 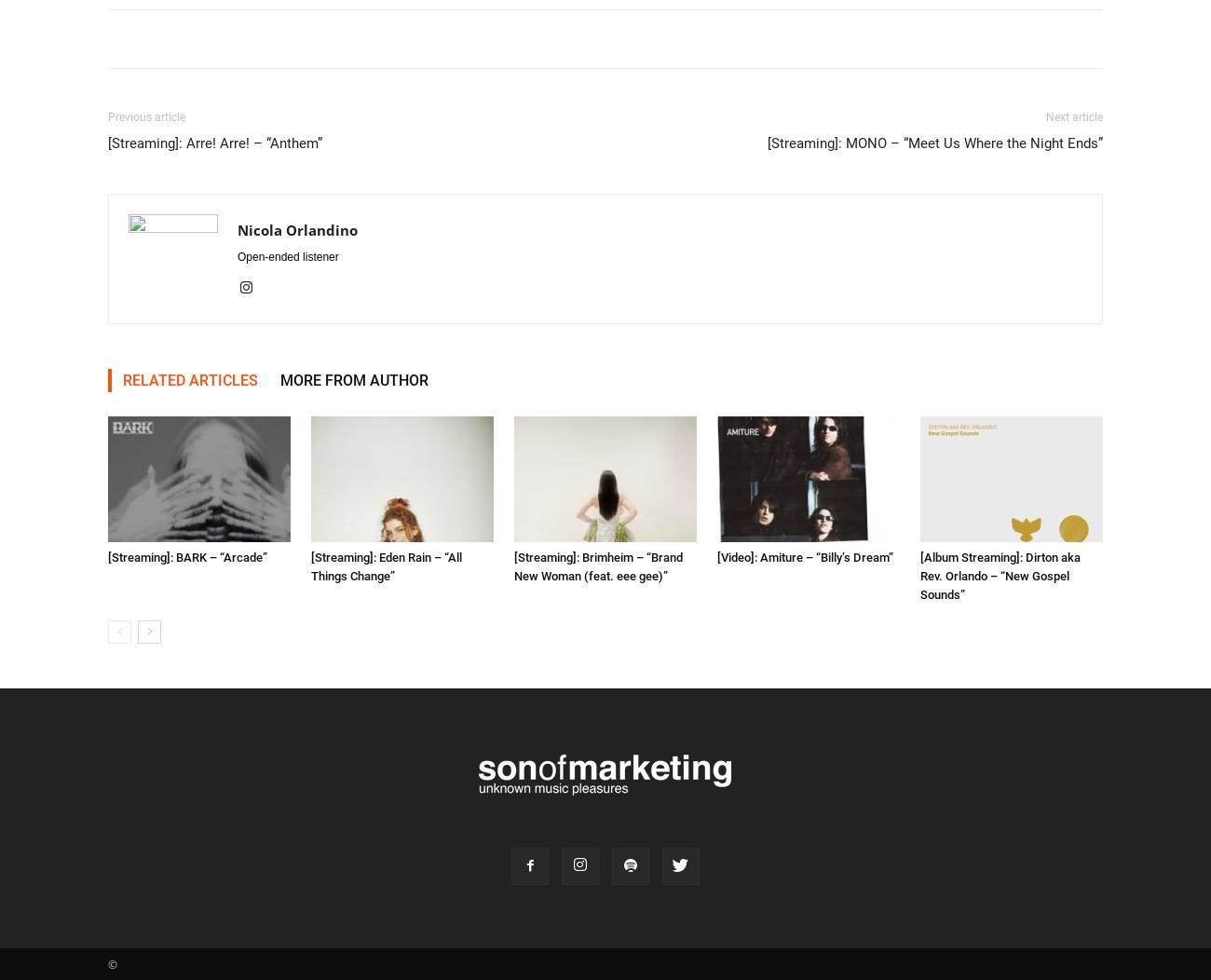 What do you see at coordinates (190, 379) in the screenshot?
I see `'RELATED ARTICLES'` at bounding box center [190, 379].